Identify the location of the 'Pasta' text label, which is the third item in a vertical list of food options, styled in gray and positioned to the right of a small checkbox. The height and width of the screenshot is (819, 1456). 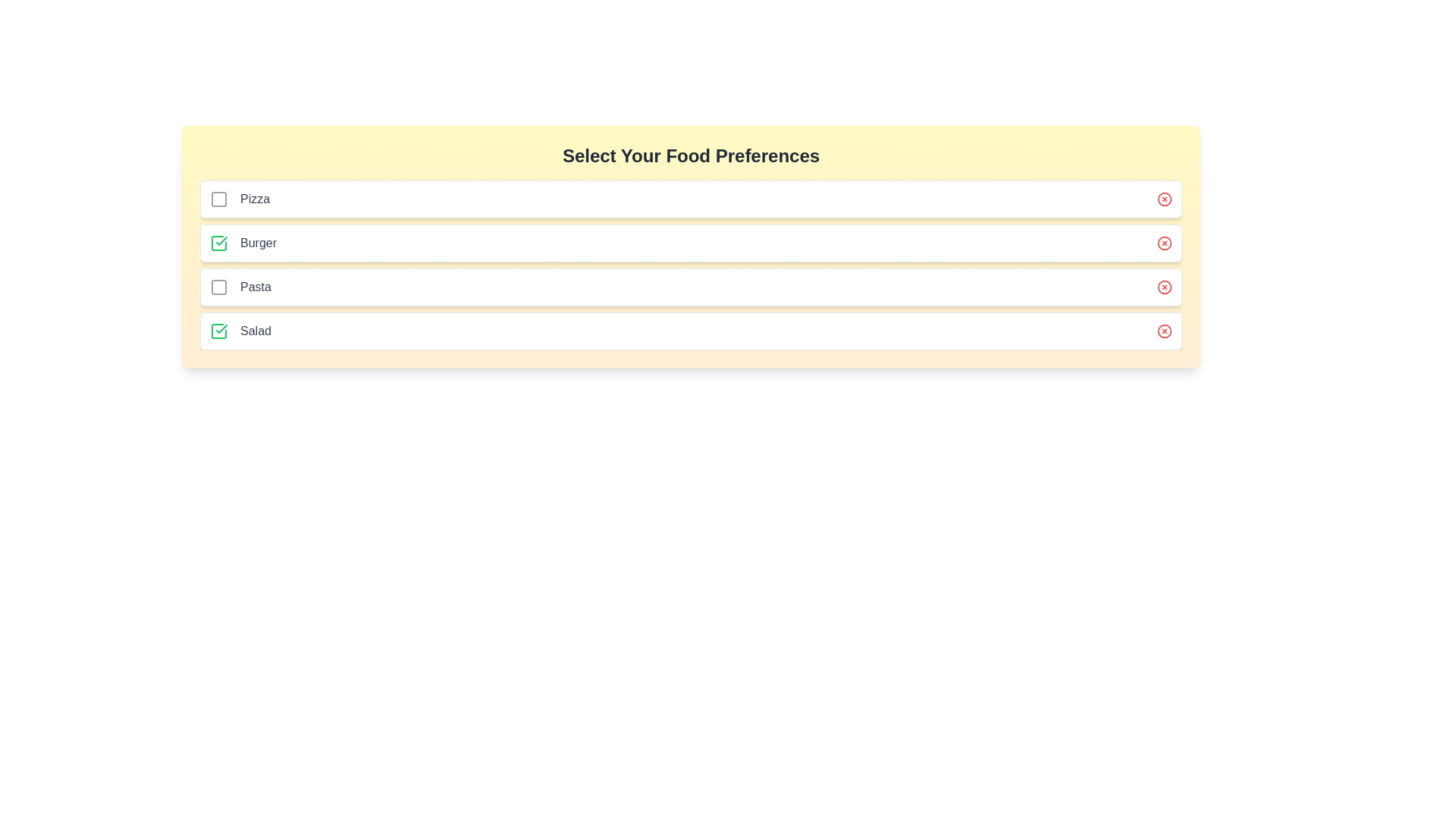
(240, 287).